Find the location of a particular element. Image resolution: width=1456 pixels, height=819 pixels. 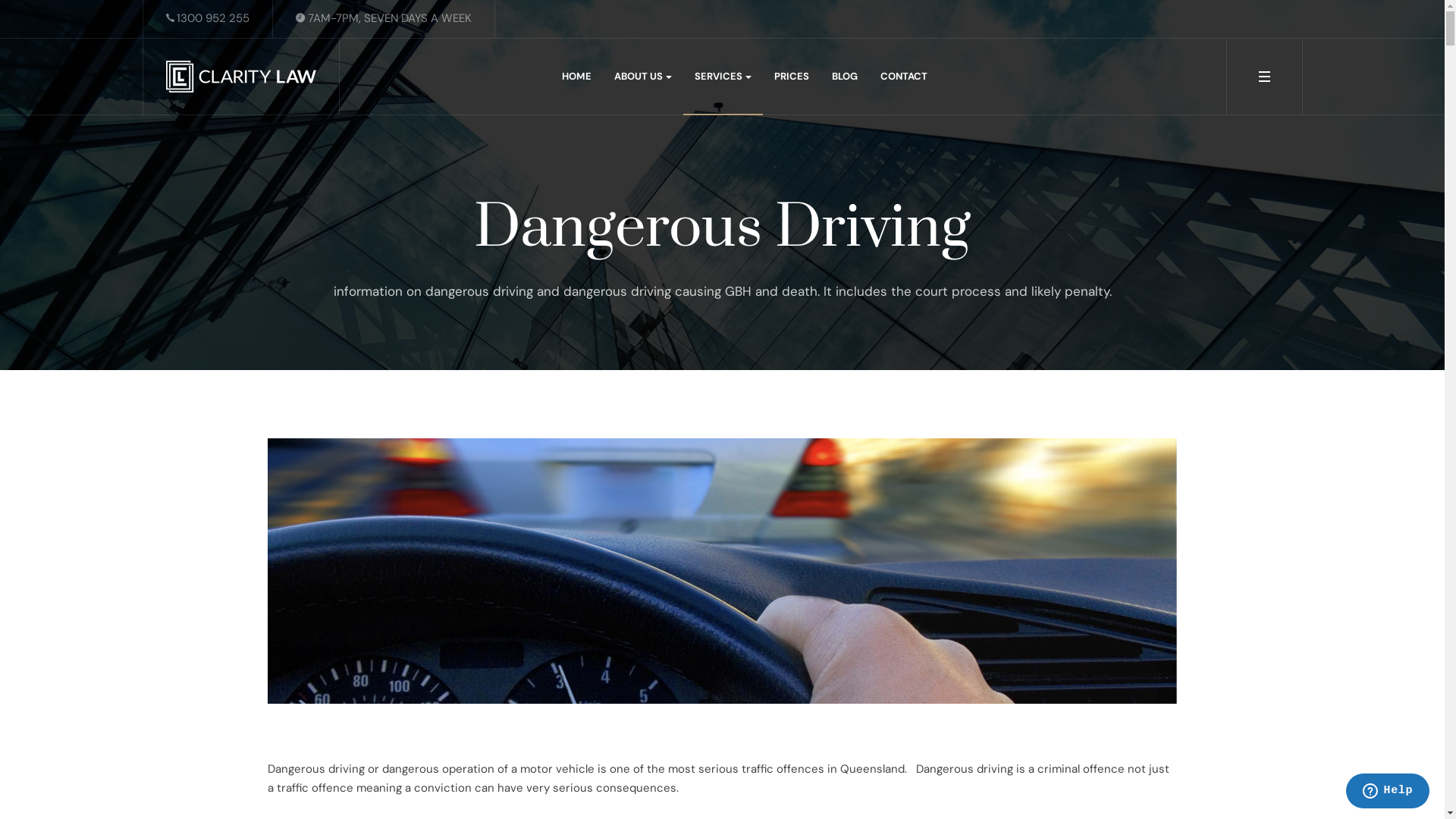

'Opens a widget where you can chat to one of our agents' is located at coordinates (1387, 792).